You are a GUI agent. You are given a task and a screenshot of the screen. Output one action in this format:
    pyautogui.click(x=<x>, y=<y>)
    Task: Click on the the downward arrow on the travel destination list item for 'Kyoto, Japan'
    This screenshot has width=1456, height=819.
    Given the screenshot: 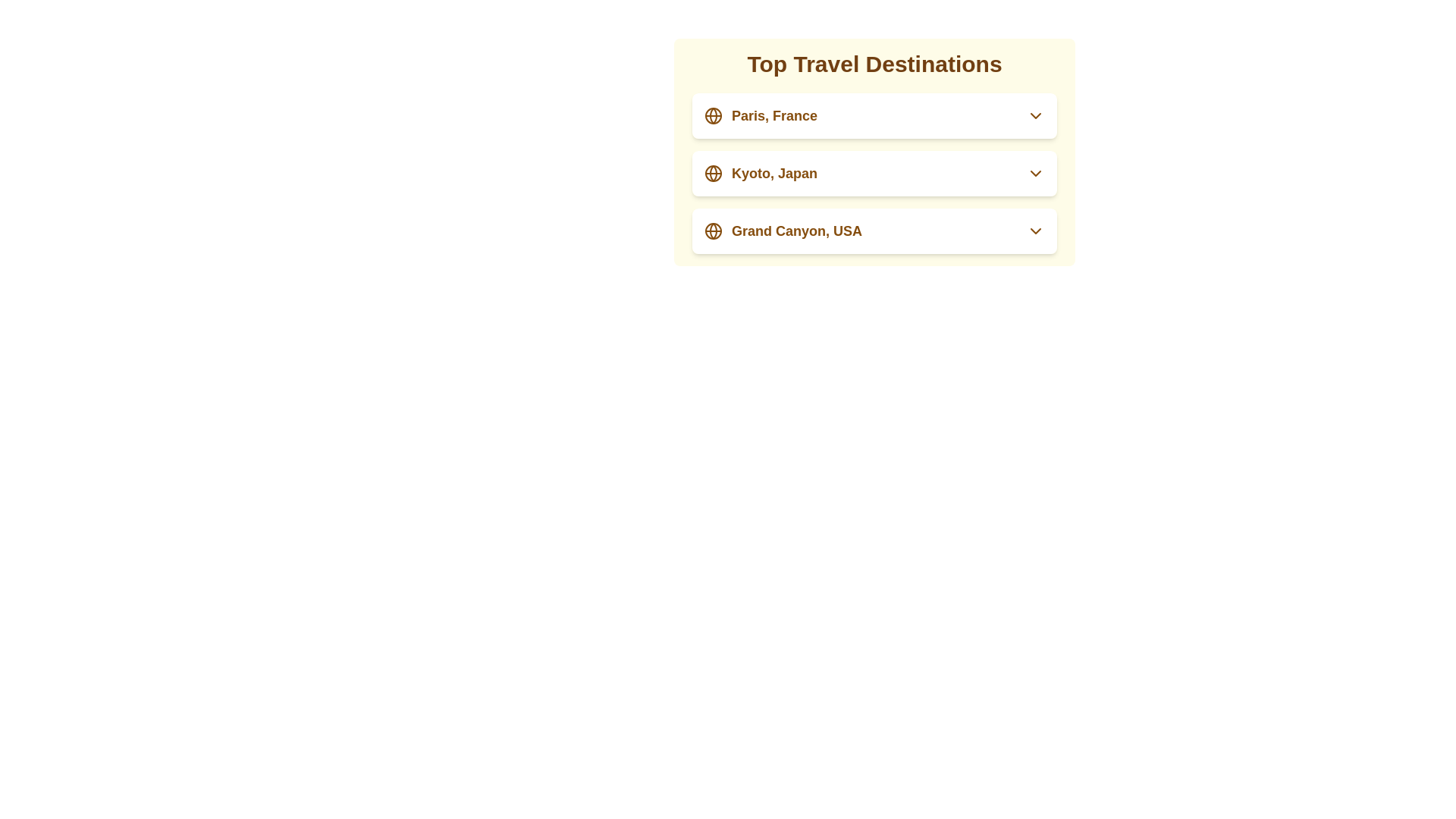 What is the action you would take?
    pyautogui.click(x=874, y=172)
    